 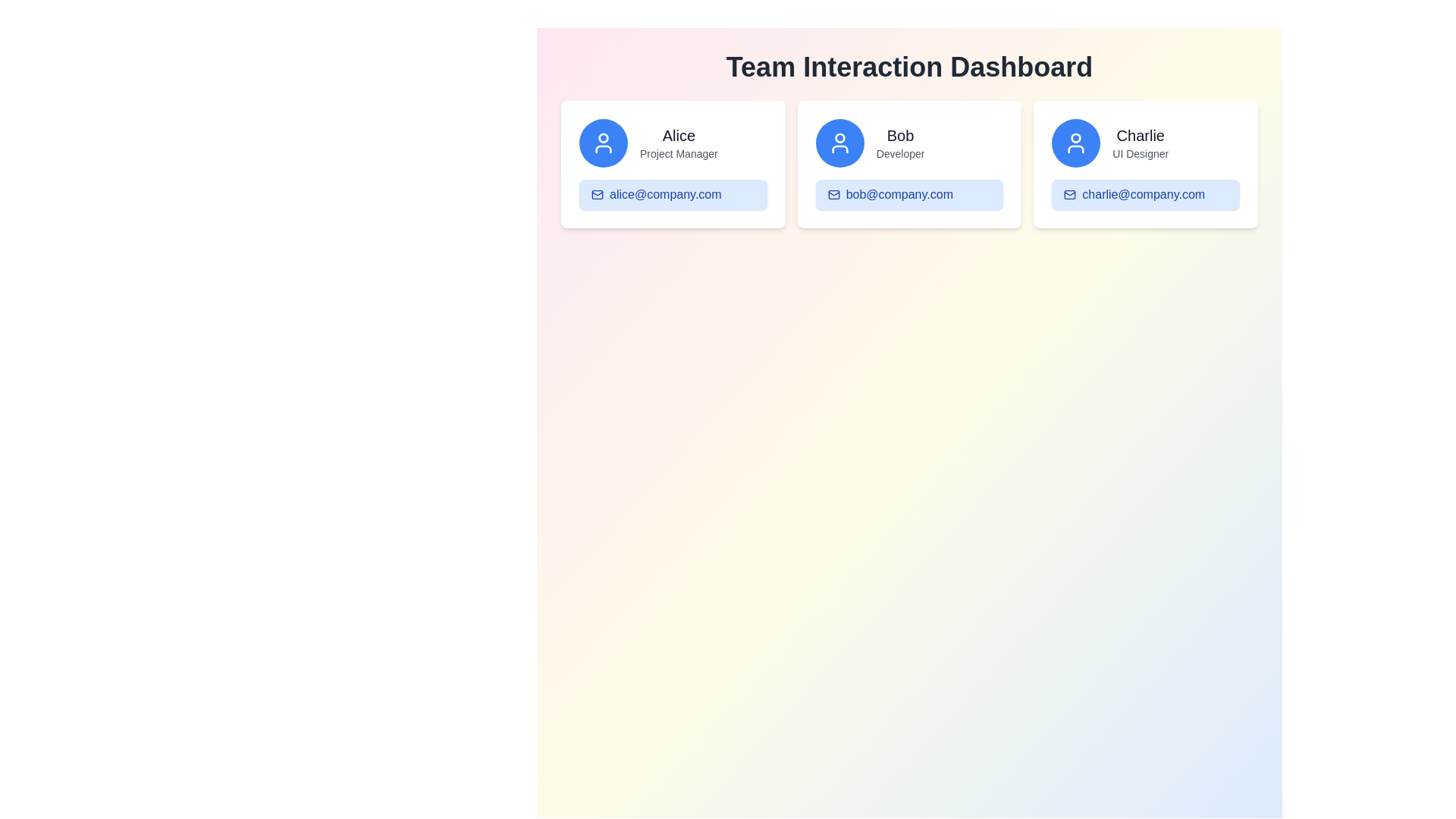 I want to click on the blue button containing the text 'bob@company.com' with an email icon, located at the bottom of the 'Bob - Developer' card, so click(x=909, y=194).